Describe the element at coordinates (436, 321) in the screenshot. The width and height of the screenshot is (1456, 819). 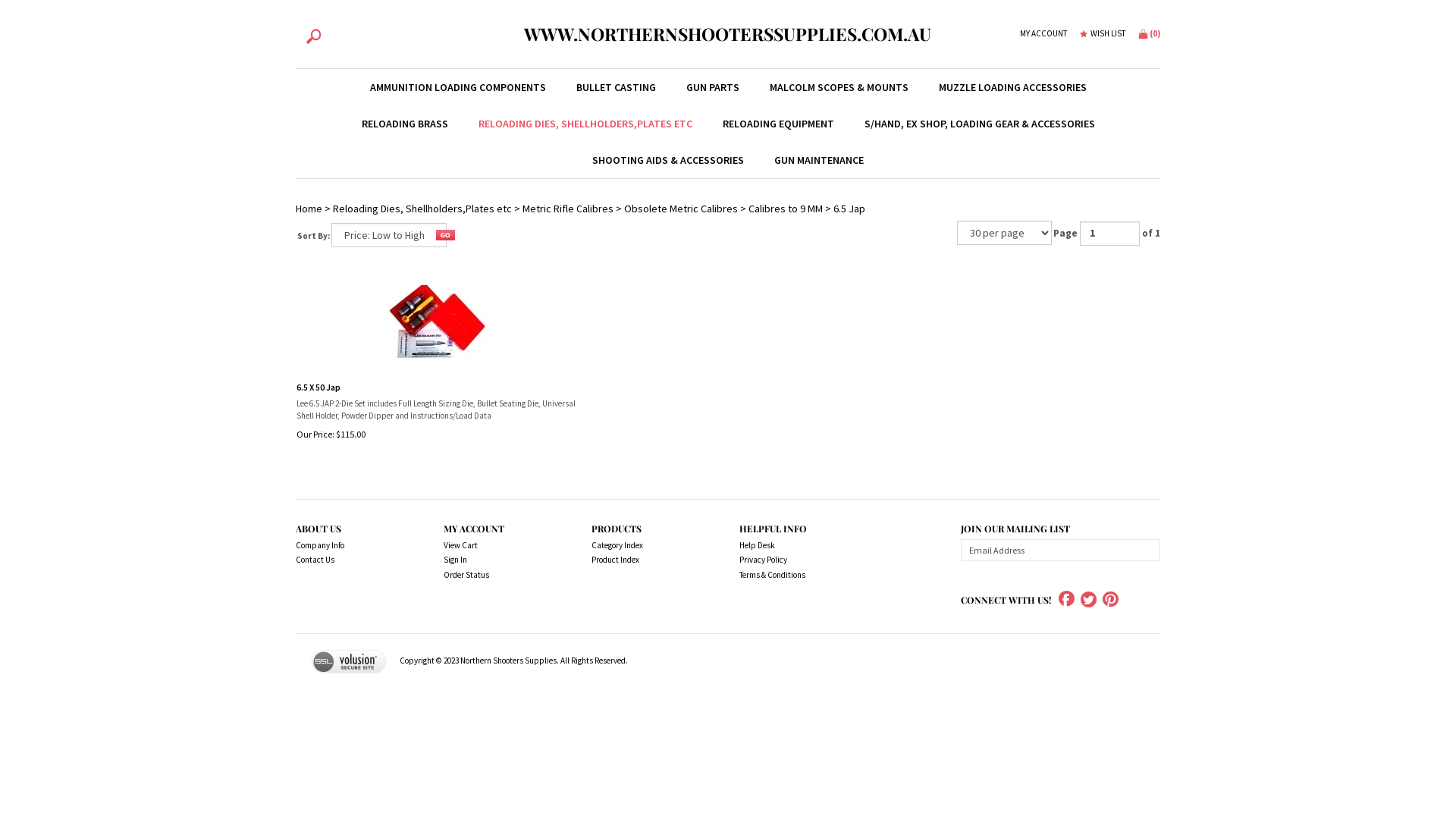
I see `'6.5  X 50 Jap'` at that location.